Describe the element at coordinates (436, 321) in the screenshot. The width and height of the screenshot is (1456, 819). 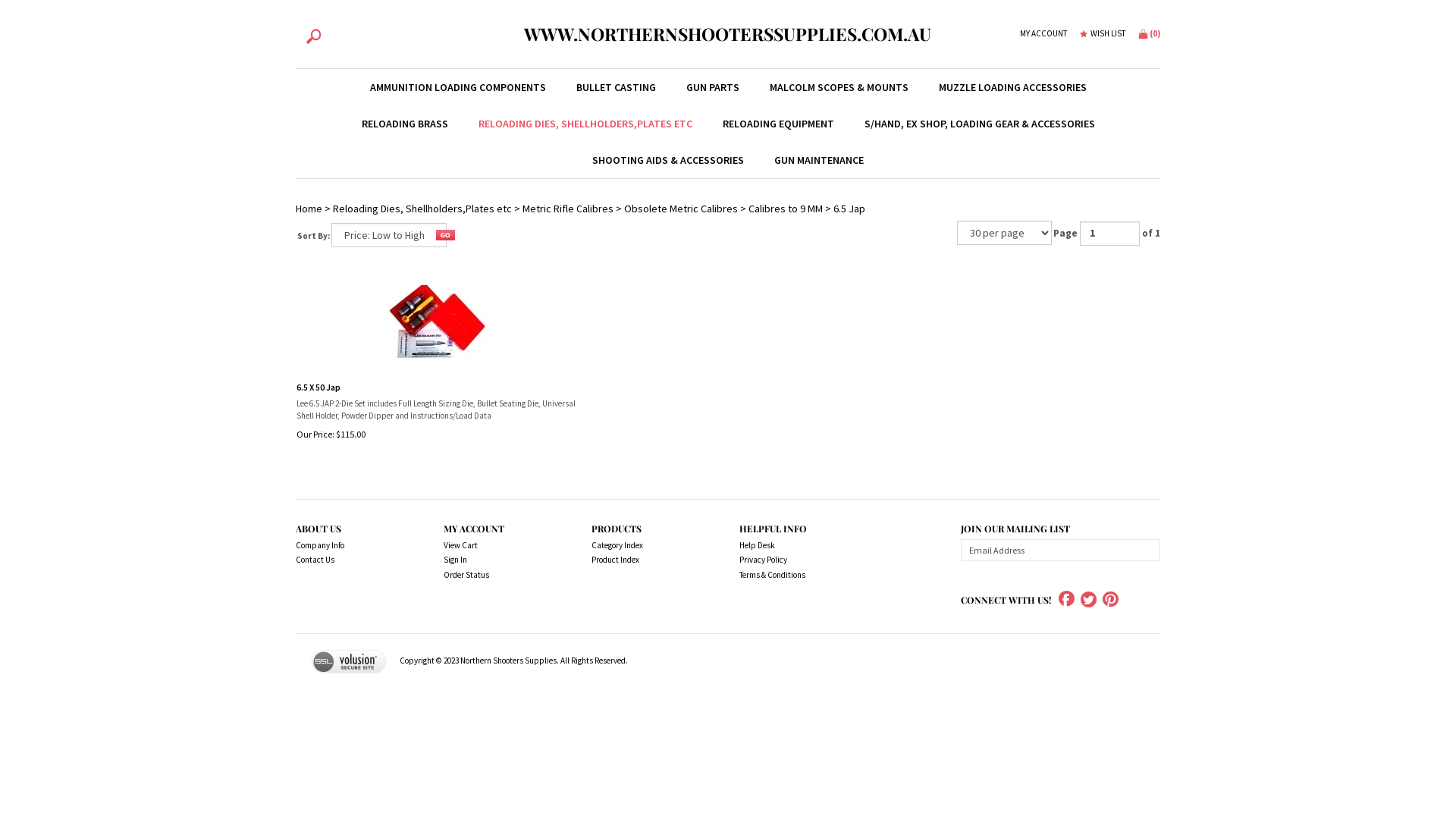
I see `'6.5  X 50 Jap'` at that location.